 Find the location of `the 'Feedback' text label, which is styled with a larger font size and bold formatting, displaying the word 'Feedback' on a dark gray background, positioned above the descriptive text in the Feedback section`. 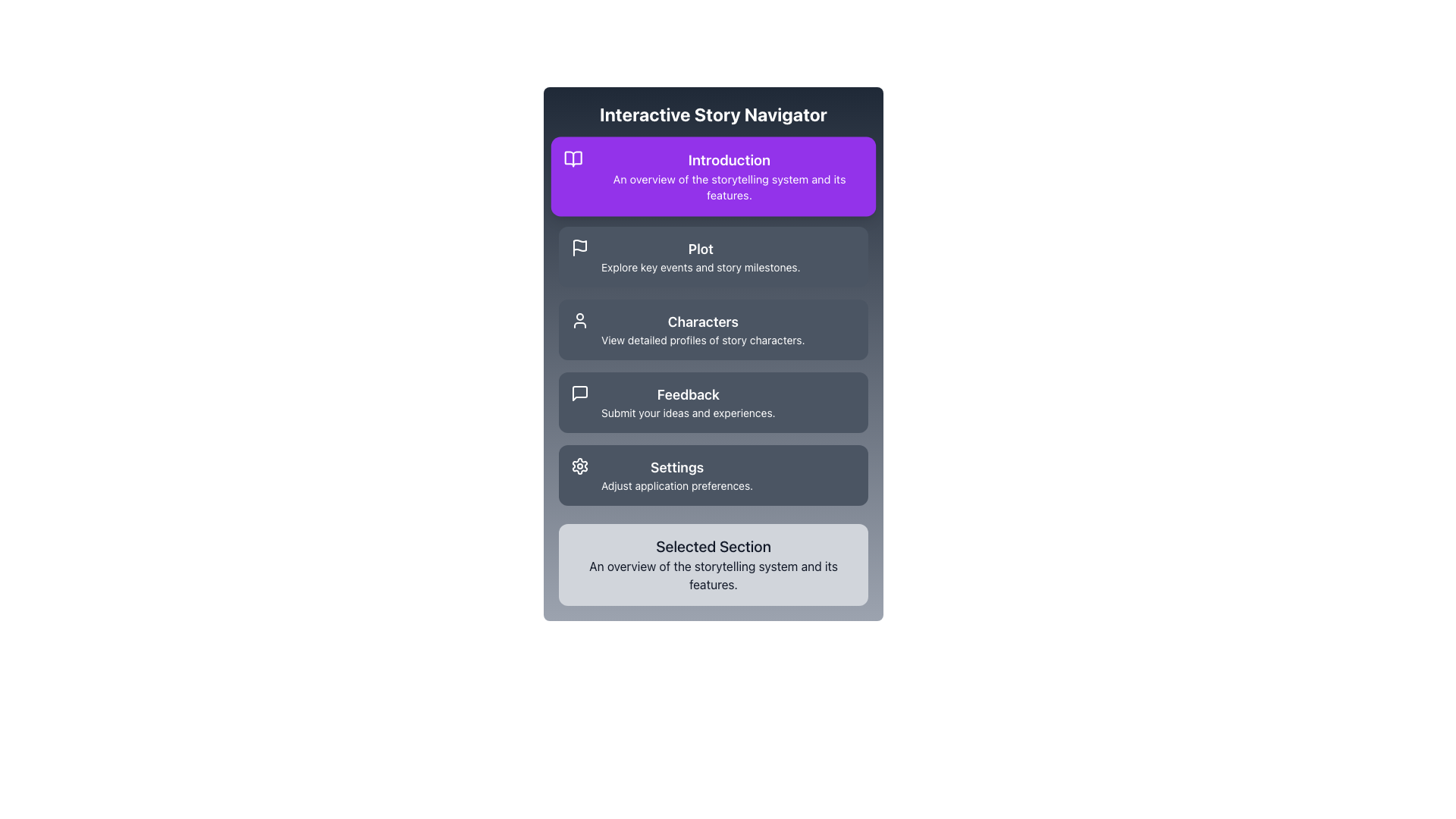

the 'Feedback' text label, which is styled with a larger font size and bold formatting, displaying the word 'Feedback' on a dark gray background, positioned above the descriptive text in the Feedback section is located at coordinates (687, 394).